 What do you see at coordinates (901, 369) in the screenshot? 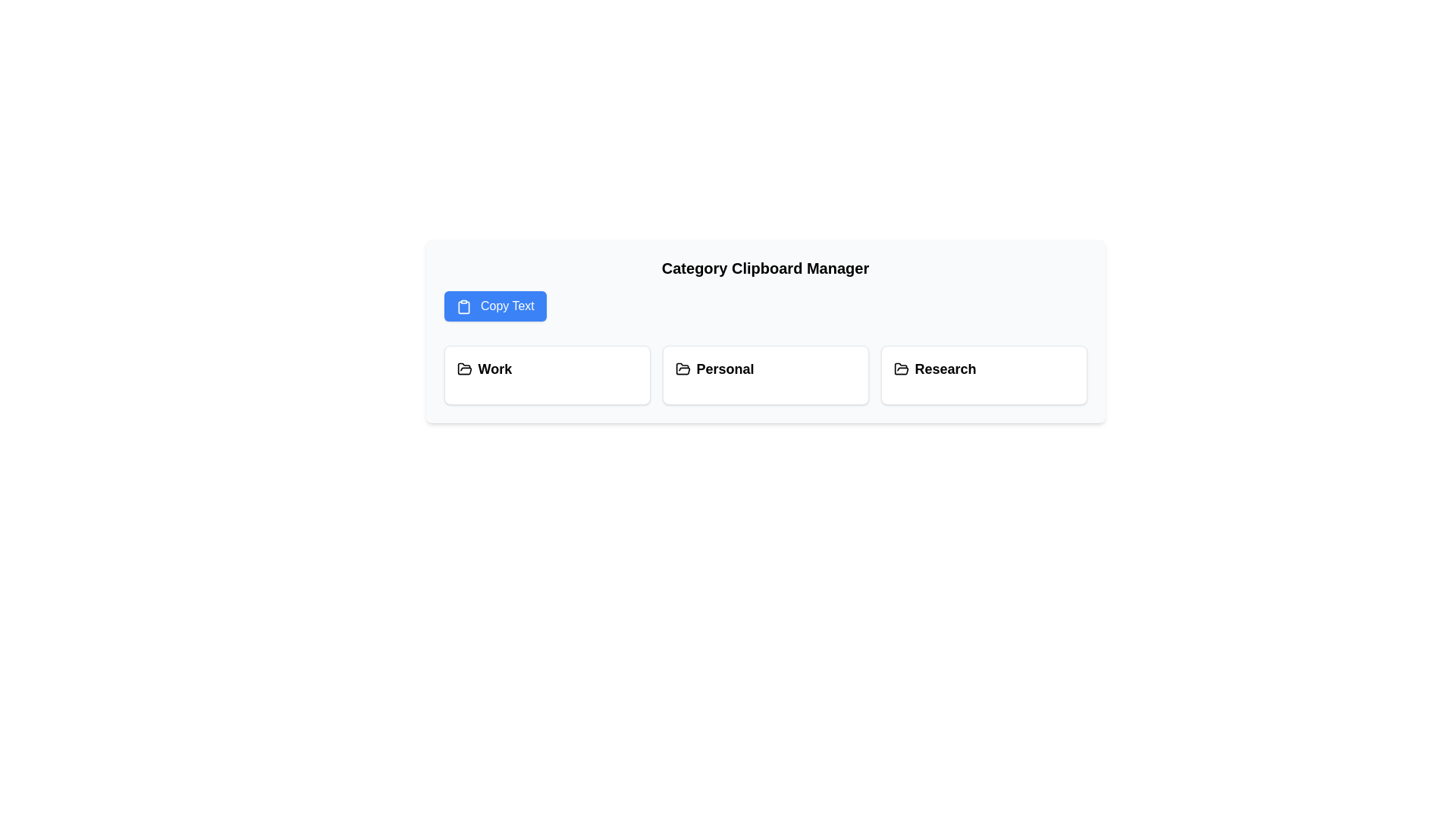
I see `the small open folder icon to the left of the 'Research' text in the horizontally aligned list of categories` at bounding box center [901, 369].